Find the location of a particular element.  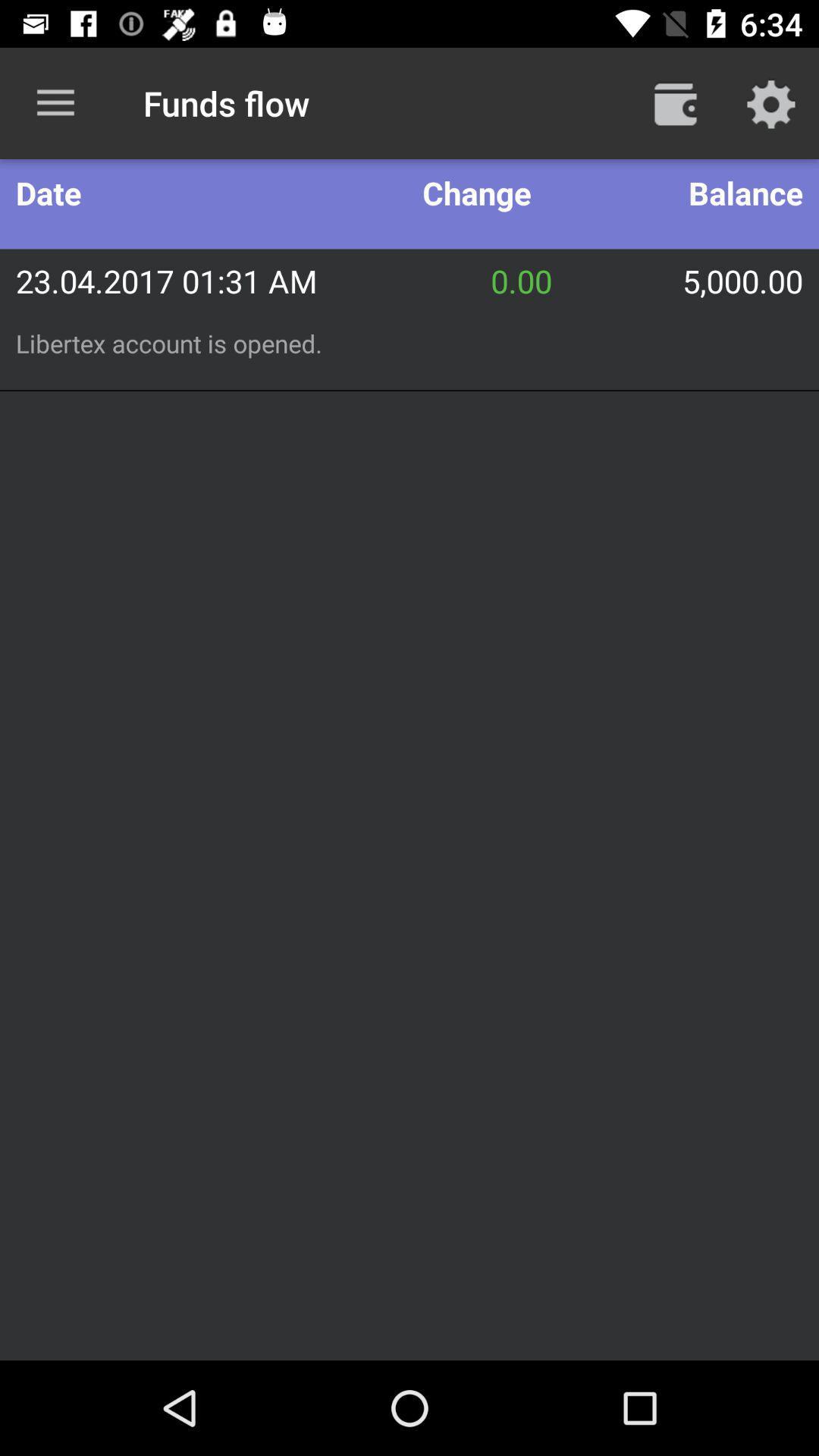

delete option is located at coordinates (675, 102).